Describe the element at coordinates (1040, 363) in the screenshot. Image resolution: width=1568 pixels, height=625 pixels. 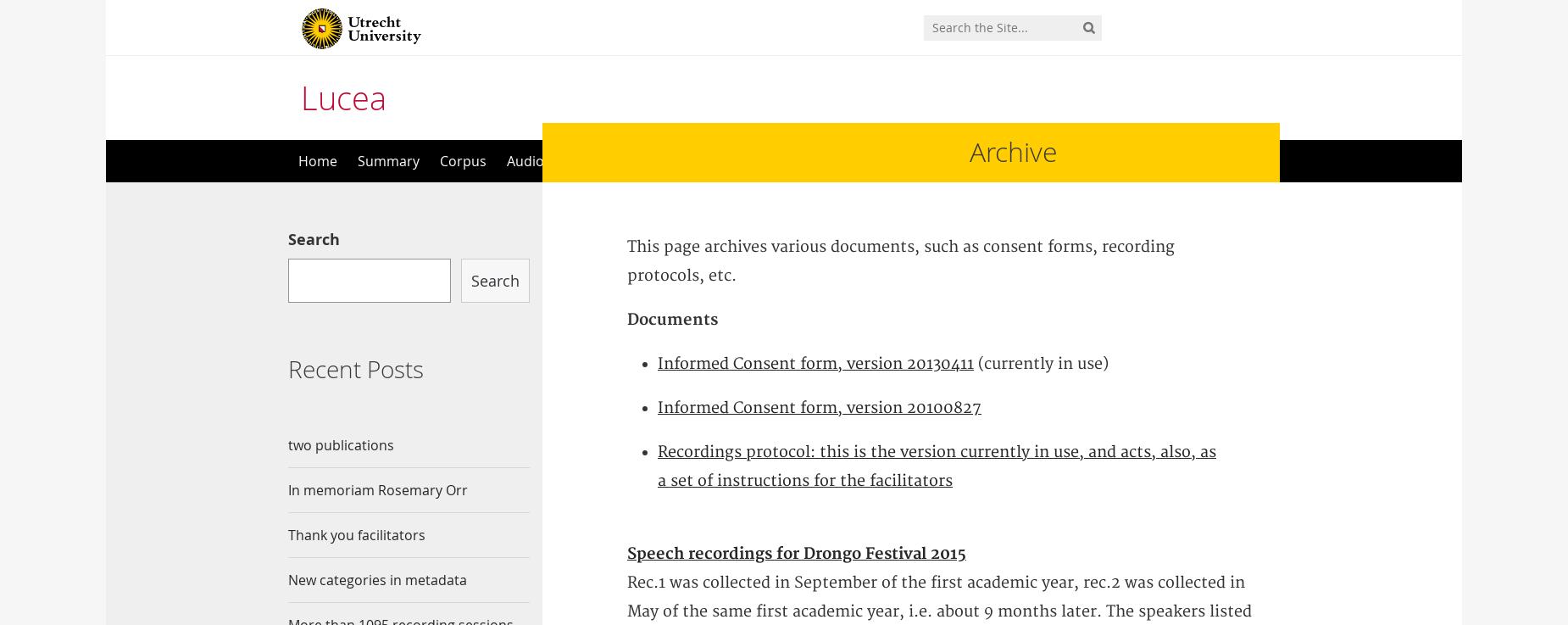
I see `'(currently in use)'` at that location.